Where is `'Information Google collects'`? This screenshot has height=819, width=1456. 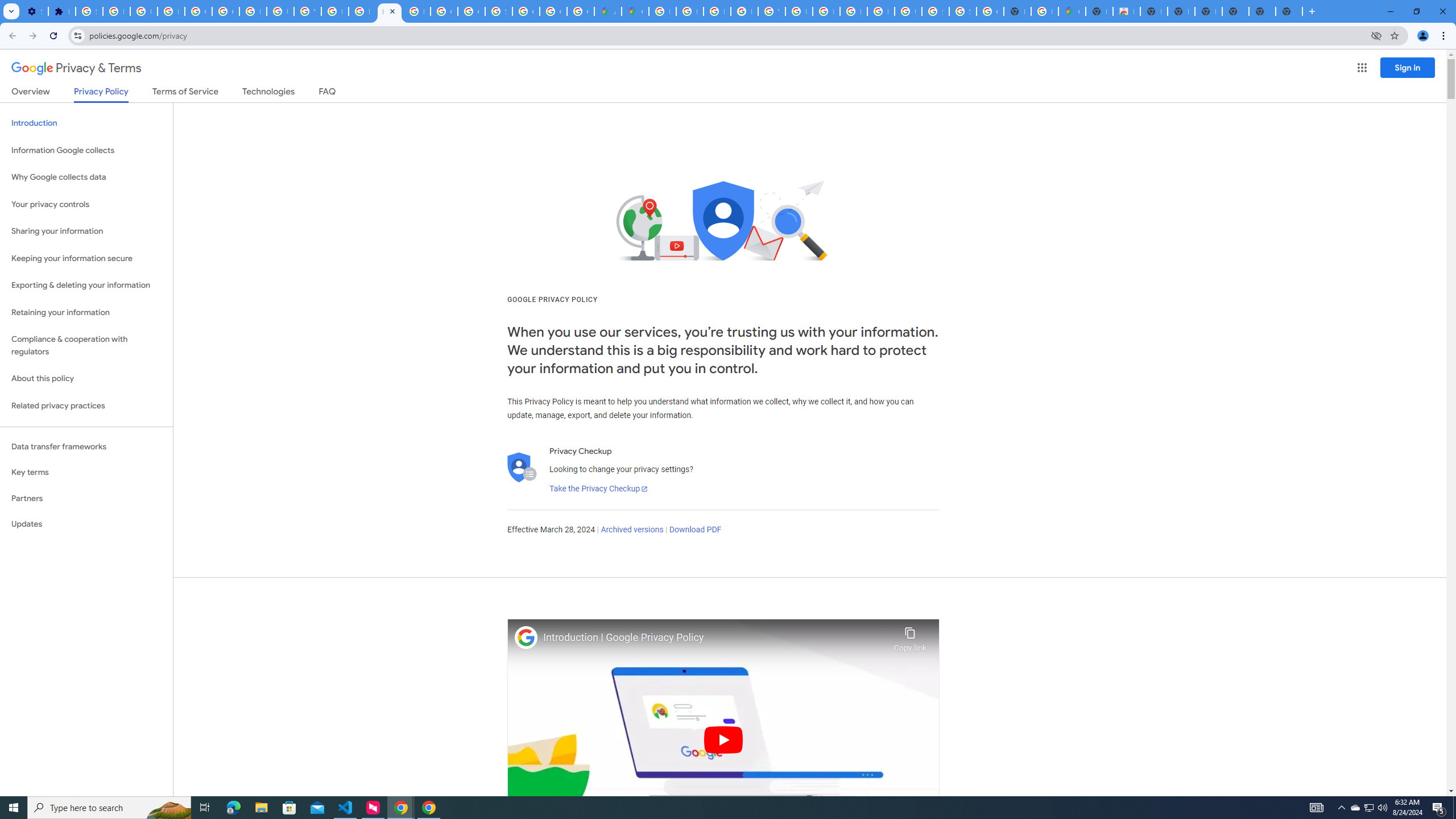
'Information Google collects' is located at coordinates (86, 150).